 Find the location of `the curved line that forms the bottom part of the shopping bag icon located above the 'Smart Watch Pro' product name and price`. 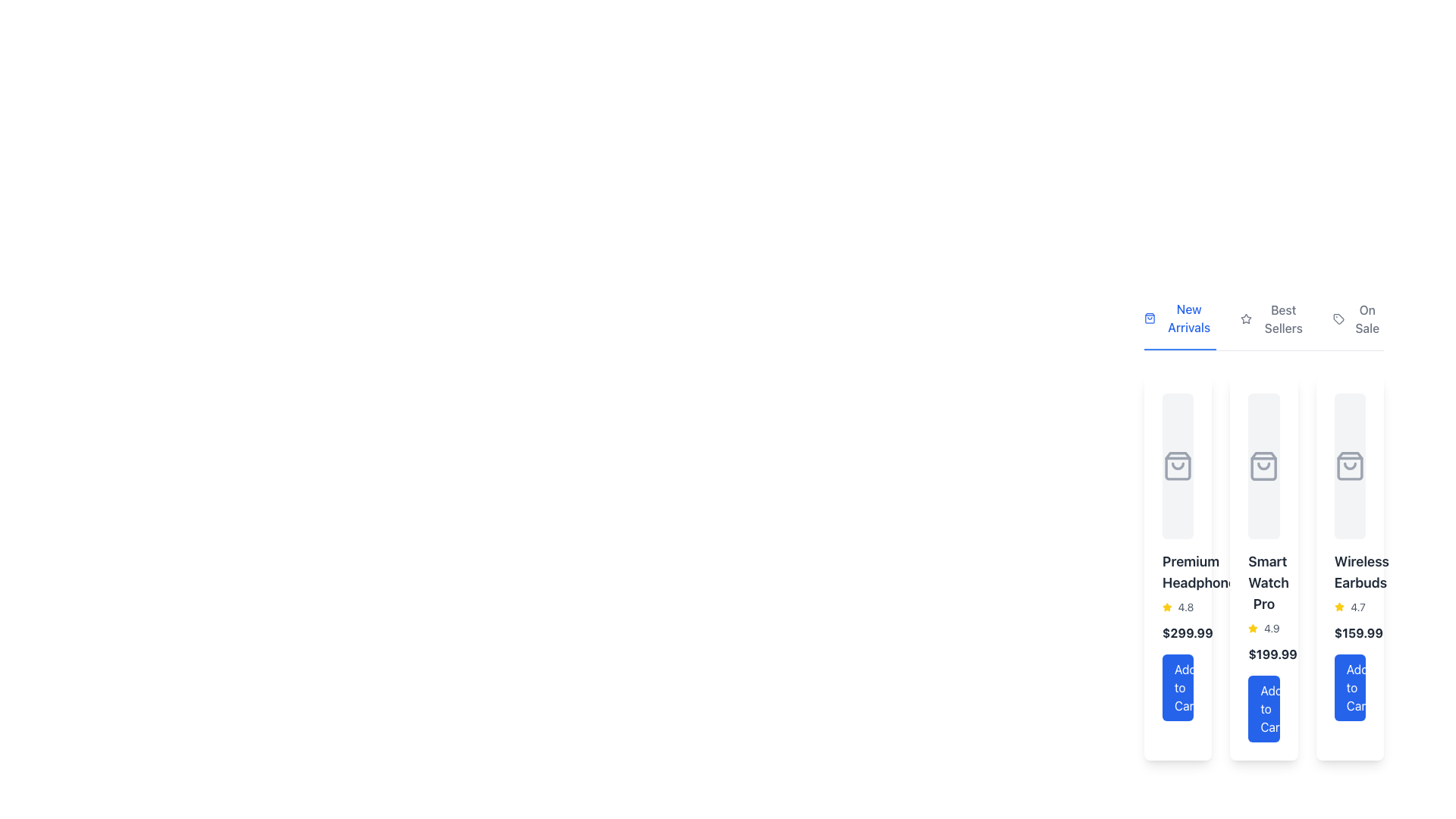

the curved line that forms the bottom part of the shopping bag icon located above the 'Smart Watch Pro' product name and price is located at coordinates (1263, 465).